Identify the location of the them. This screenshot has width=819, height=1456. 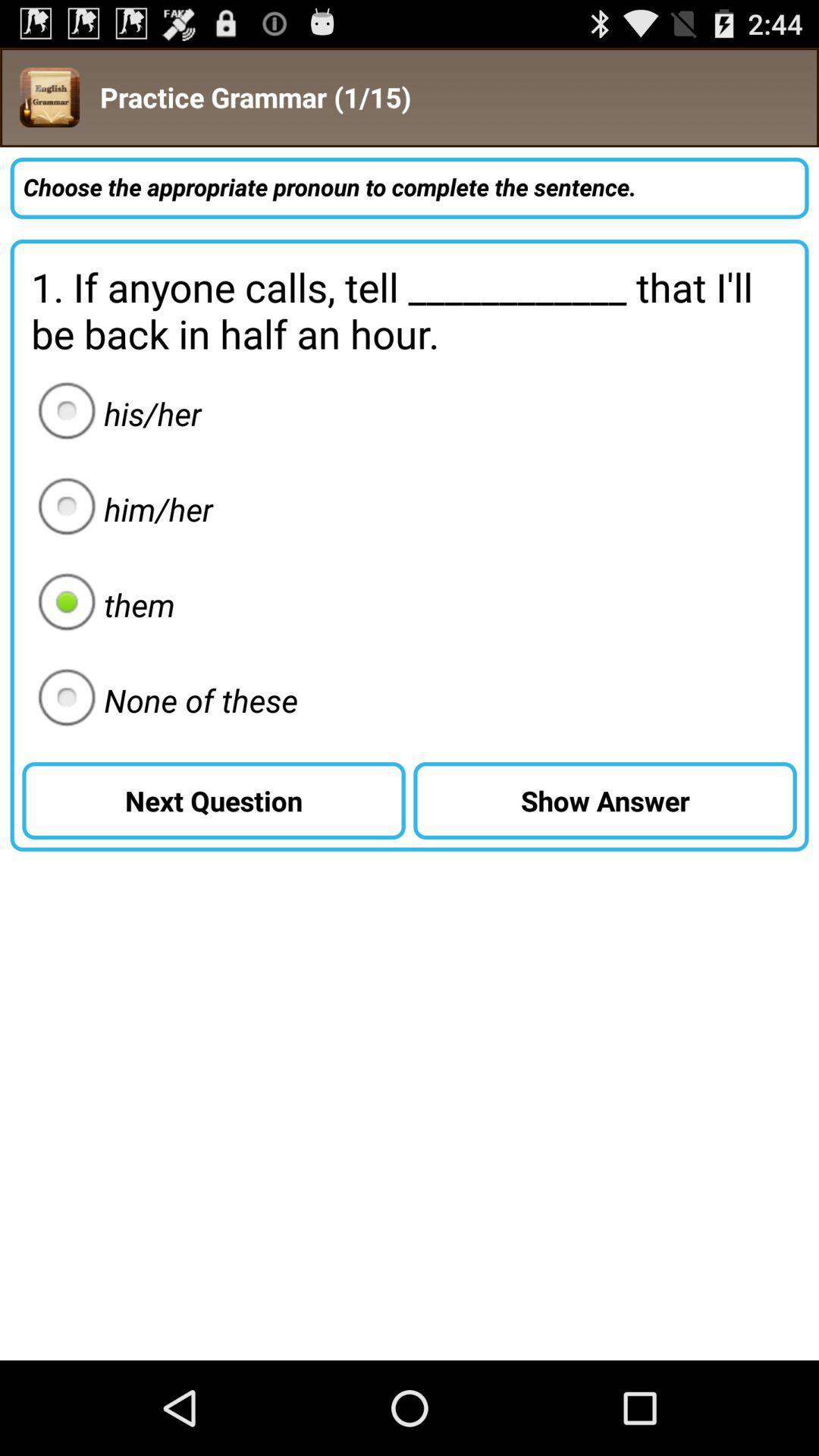
(102, 604).